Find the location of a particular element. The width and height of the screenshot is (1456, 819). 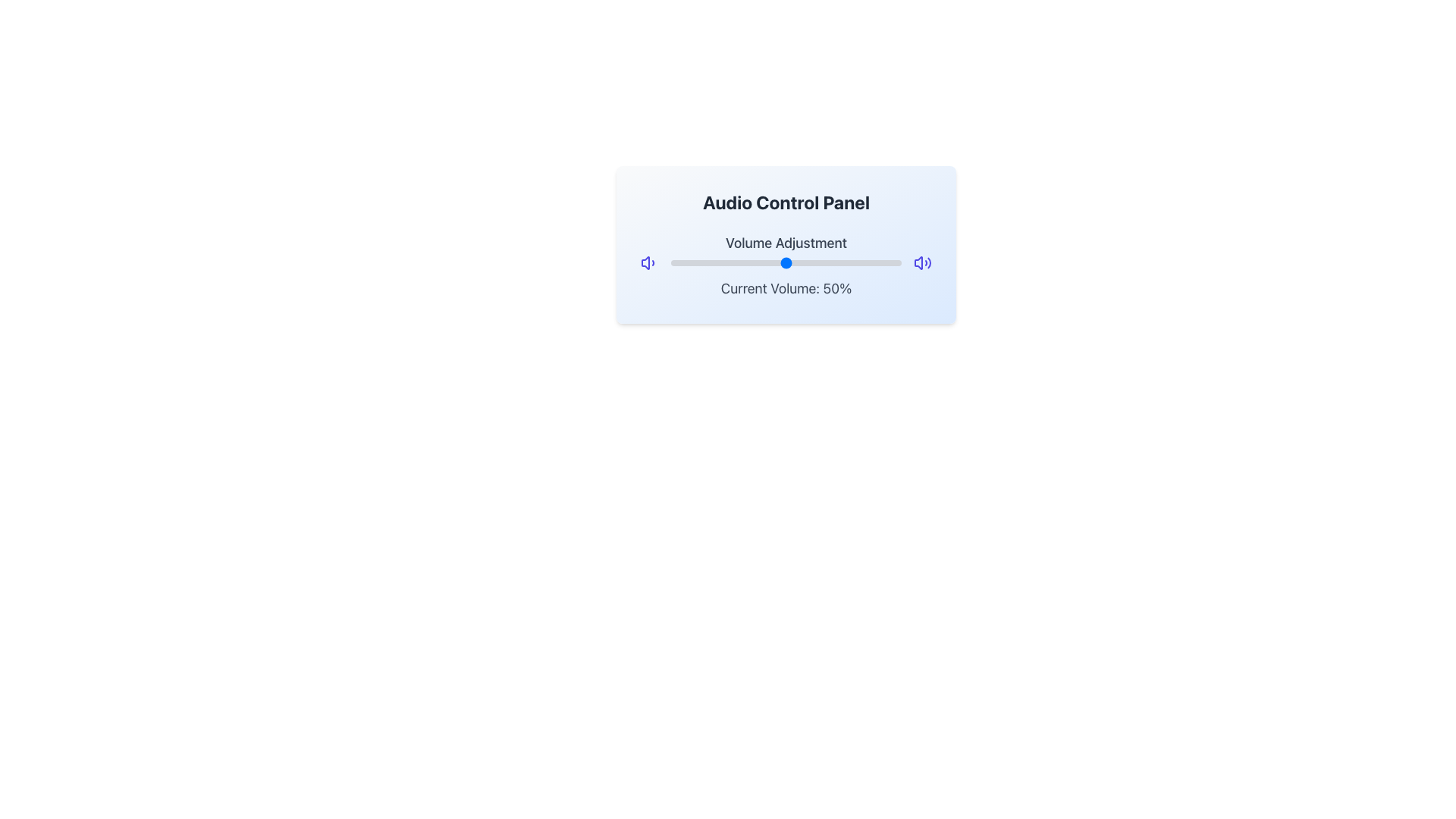

the volume is located at coordinates (731, 259).